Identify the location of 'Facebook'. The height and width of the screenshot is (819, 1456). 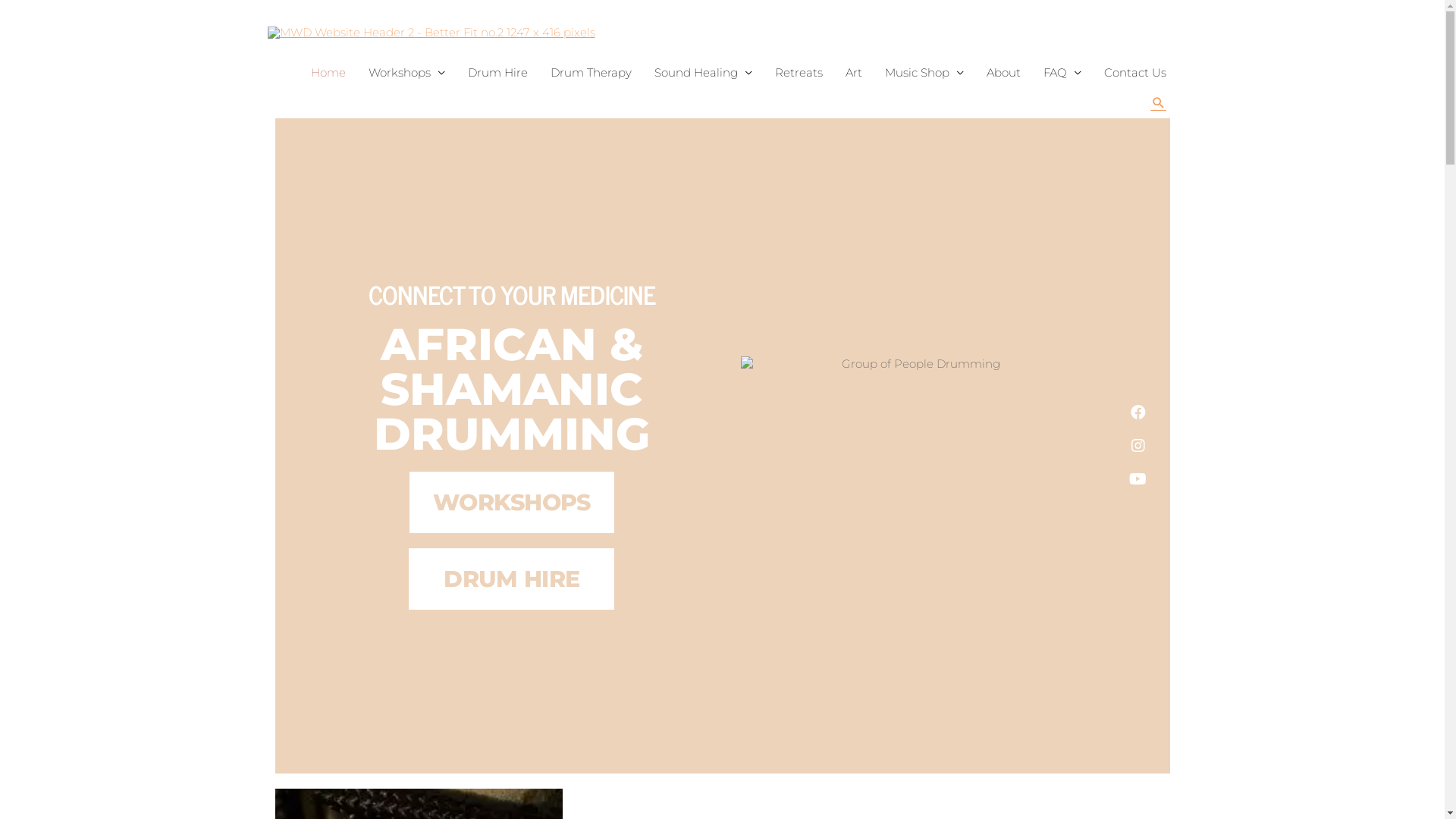
(1138, 412).